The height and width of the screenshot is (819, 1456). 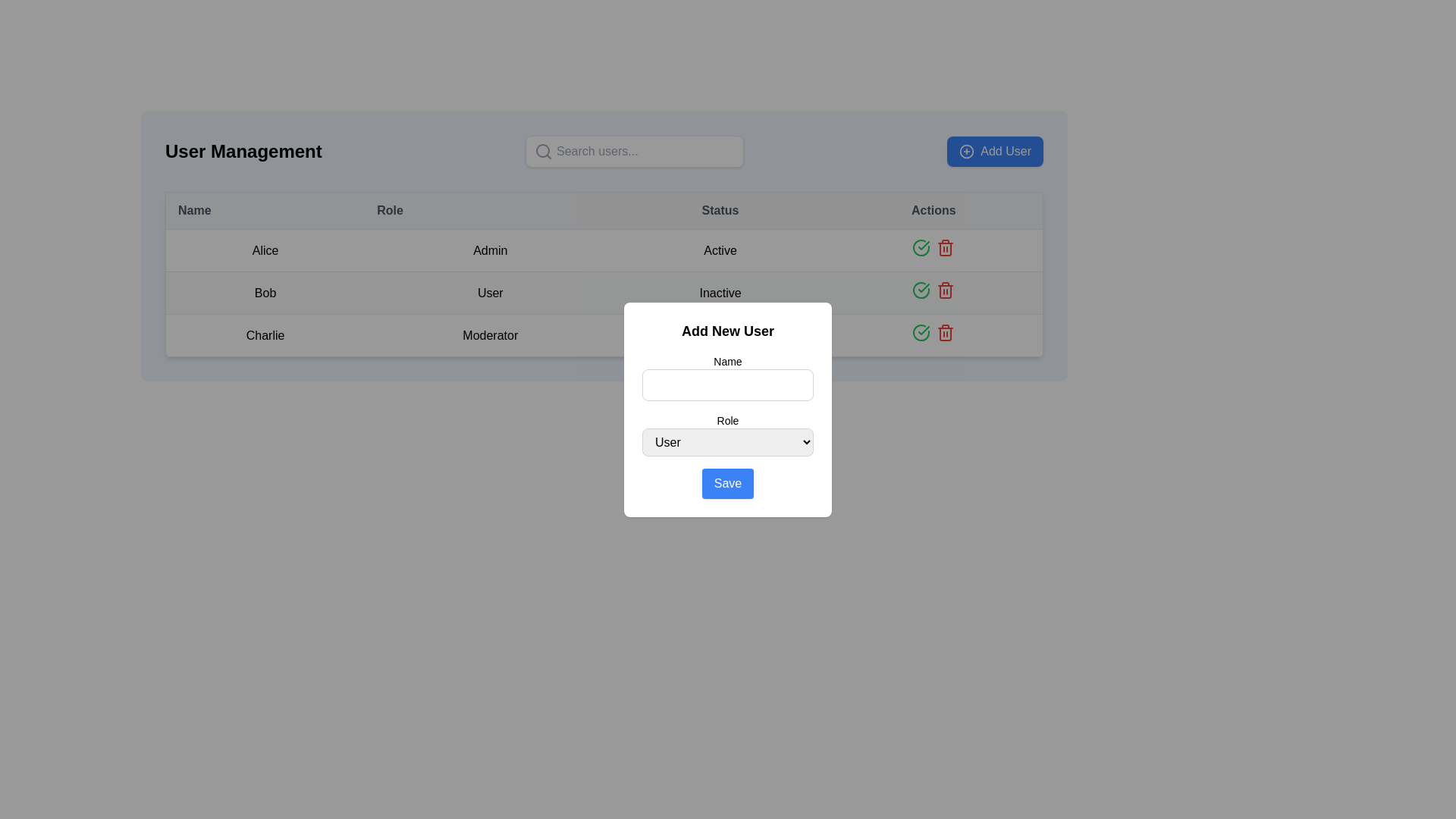 I want to click on the Icon Button in the 'Actions' column corresponding to the user 'Alice', positioned to the left of the red trash icon, so click(x=921, y=247).